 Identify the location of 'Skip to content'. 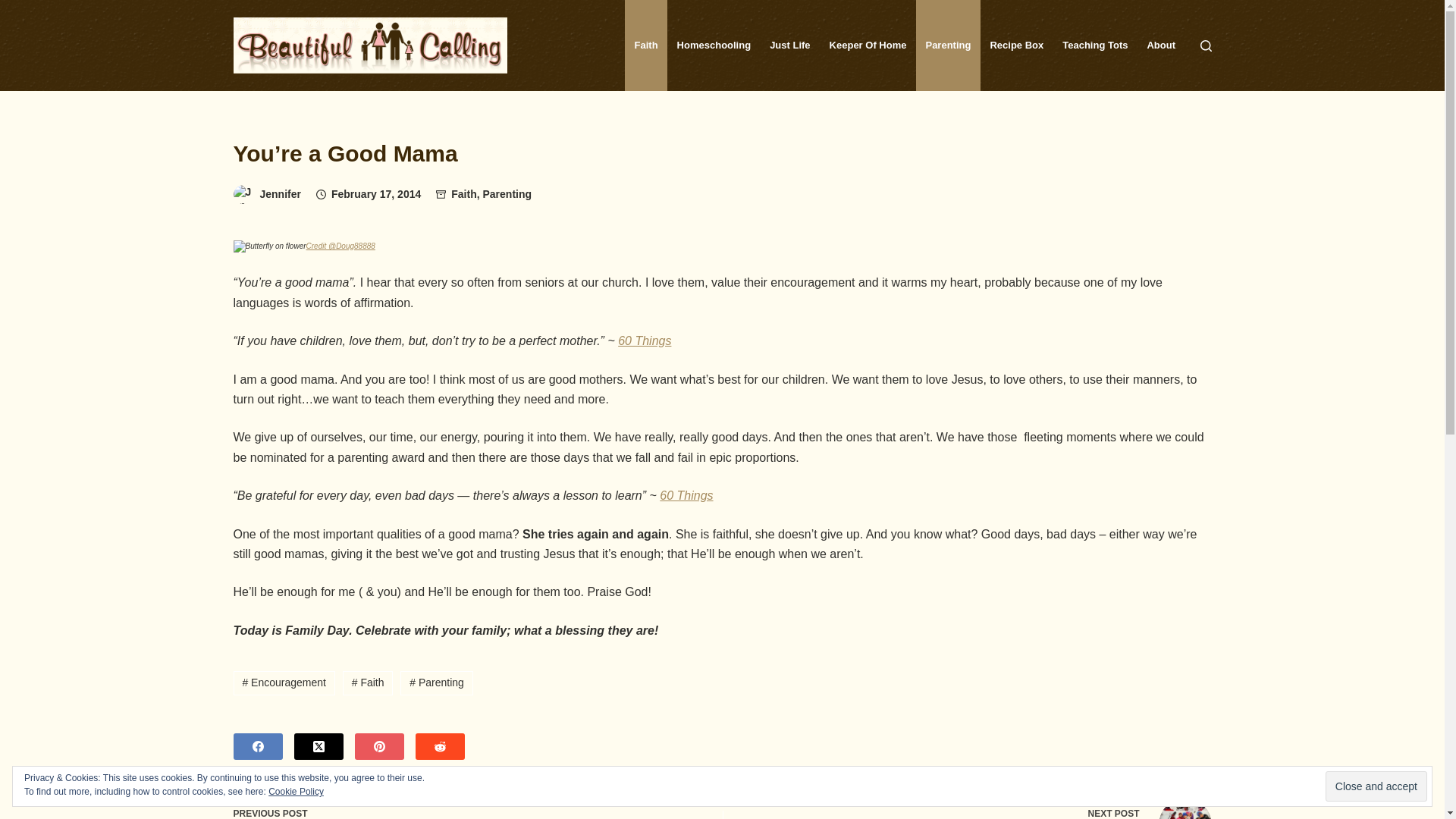
(0, 8).